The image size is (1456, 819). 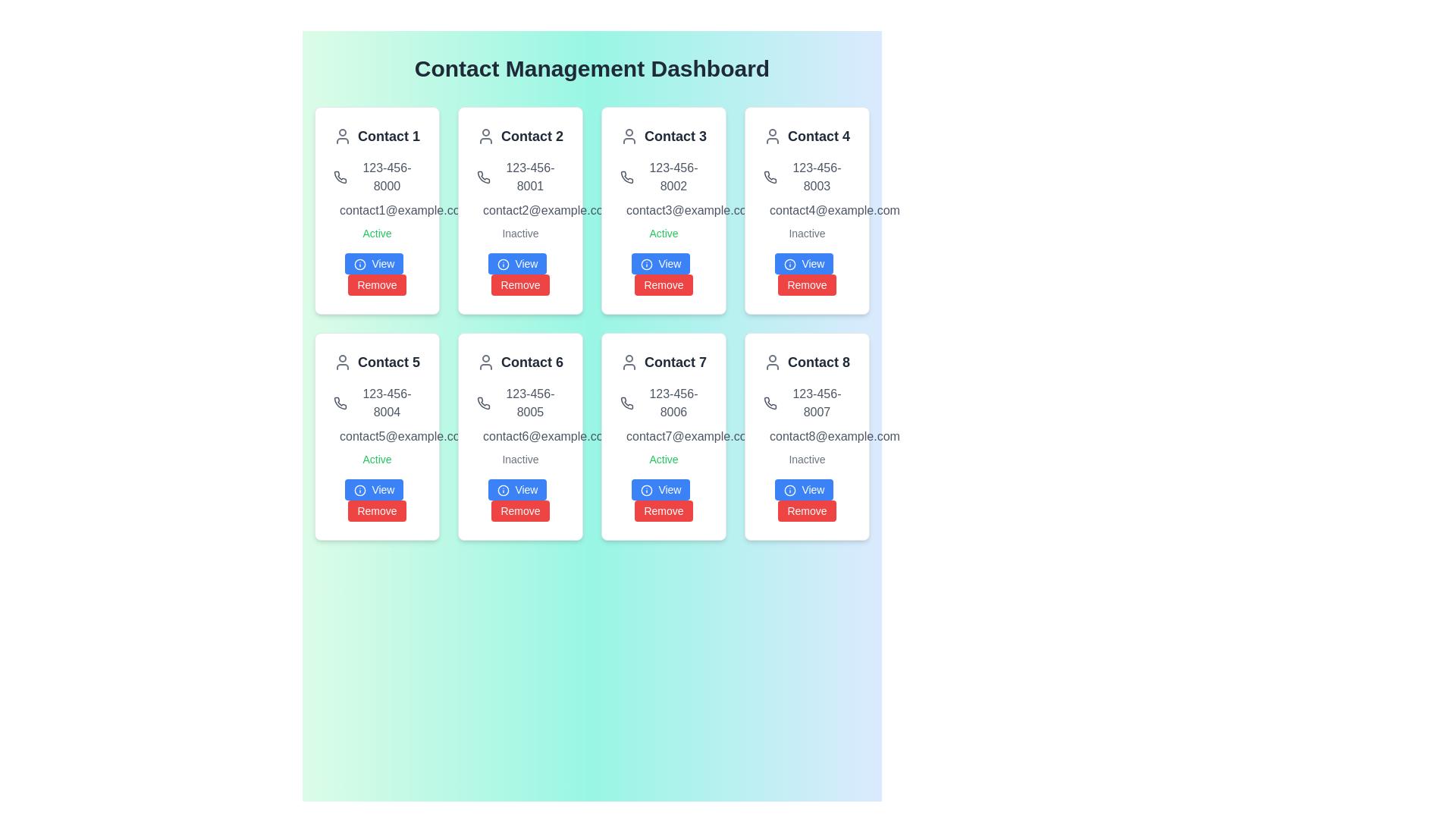 I want to click on the blue 'View' button with rounded corners located within the 'Contact 7' card to observe the hover effect, so click(x=661, y=489).